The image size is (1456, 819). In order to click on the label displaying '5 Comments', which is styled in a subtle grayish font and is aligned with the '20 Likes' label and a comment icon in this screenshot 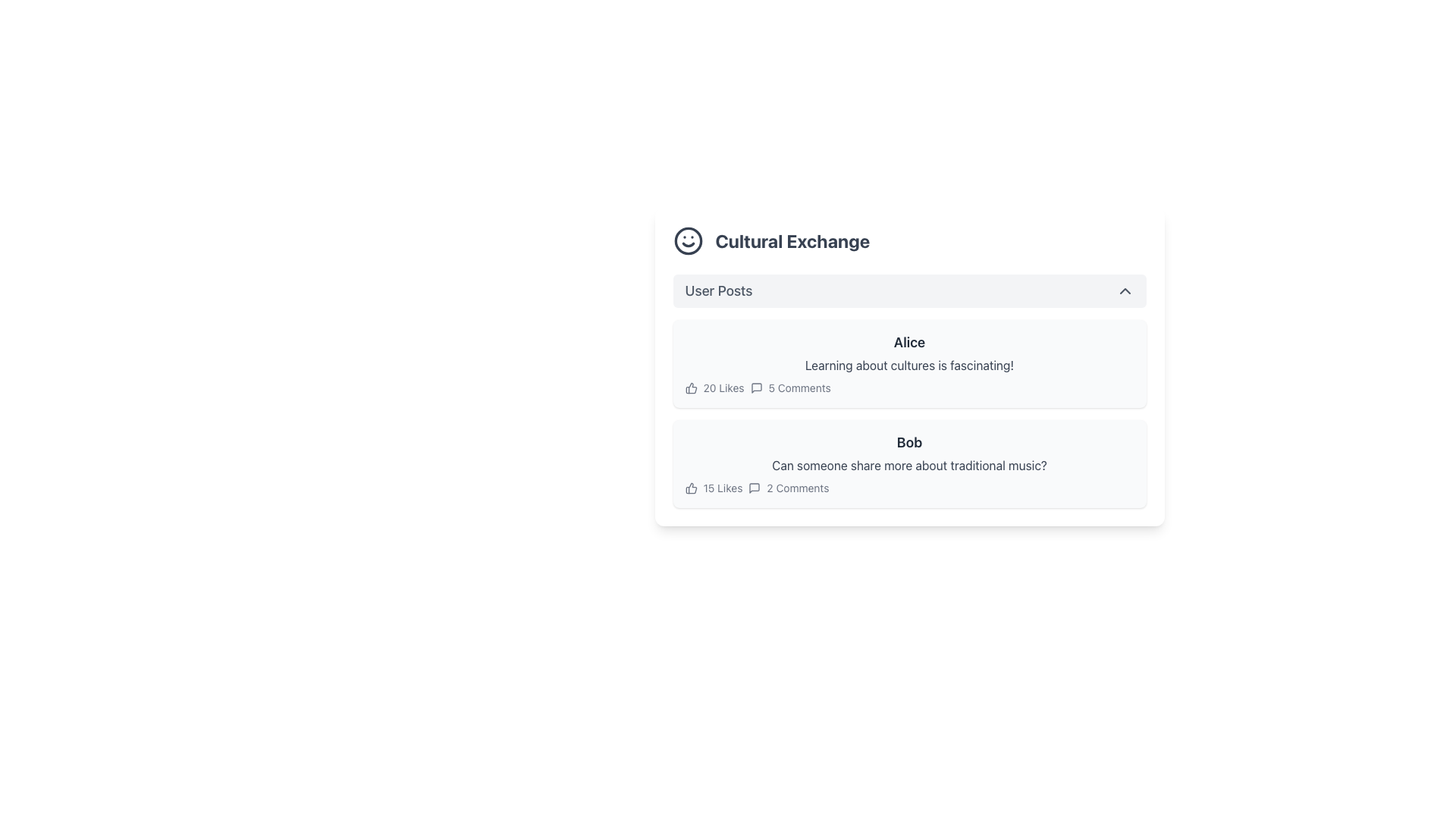, I will do `click(799, 388)`.